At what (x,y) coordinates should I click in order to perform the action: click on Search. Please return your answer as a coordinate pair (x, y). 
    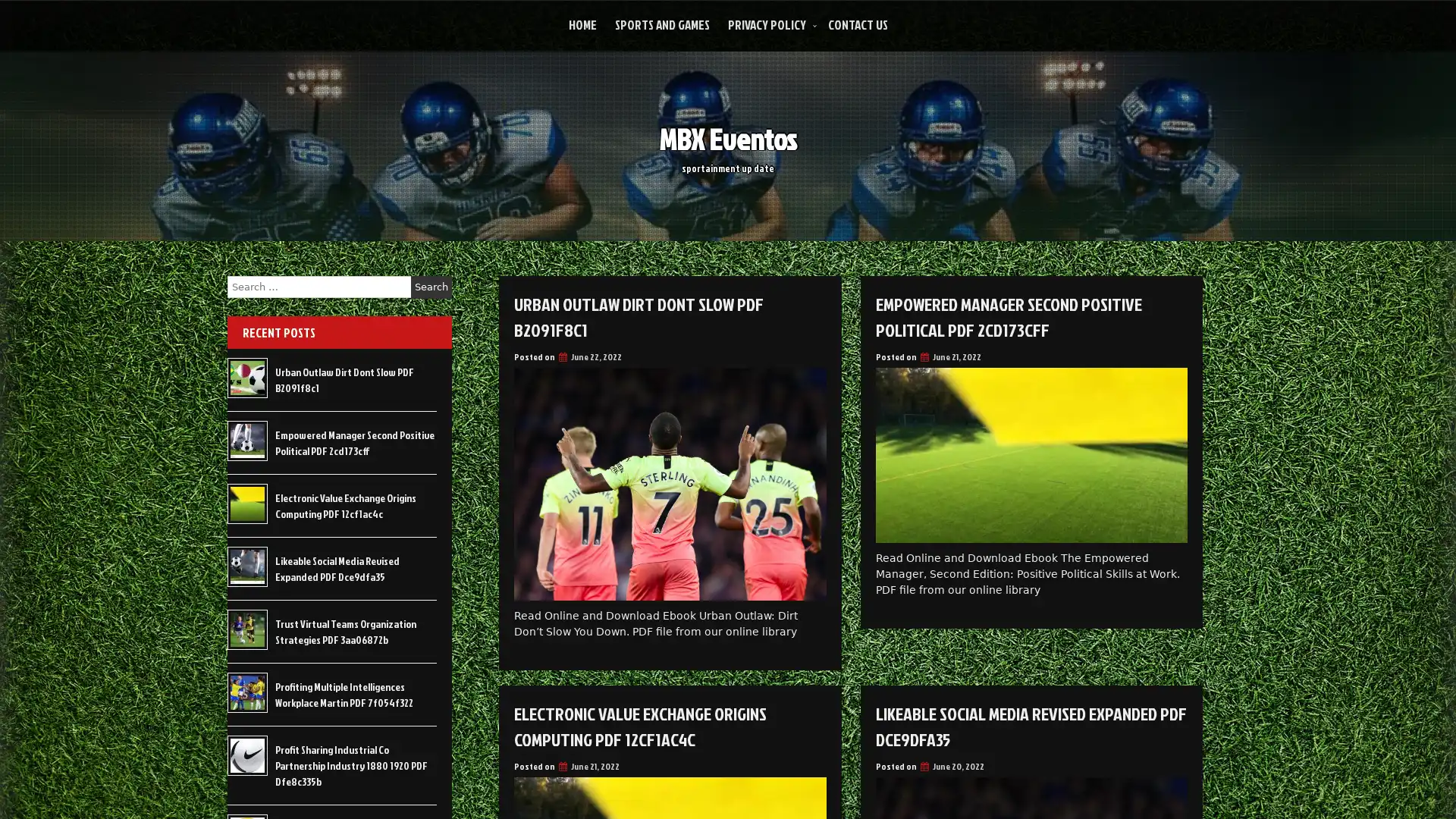
    Looking at the image, I should click on (431, 287).